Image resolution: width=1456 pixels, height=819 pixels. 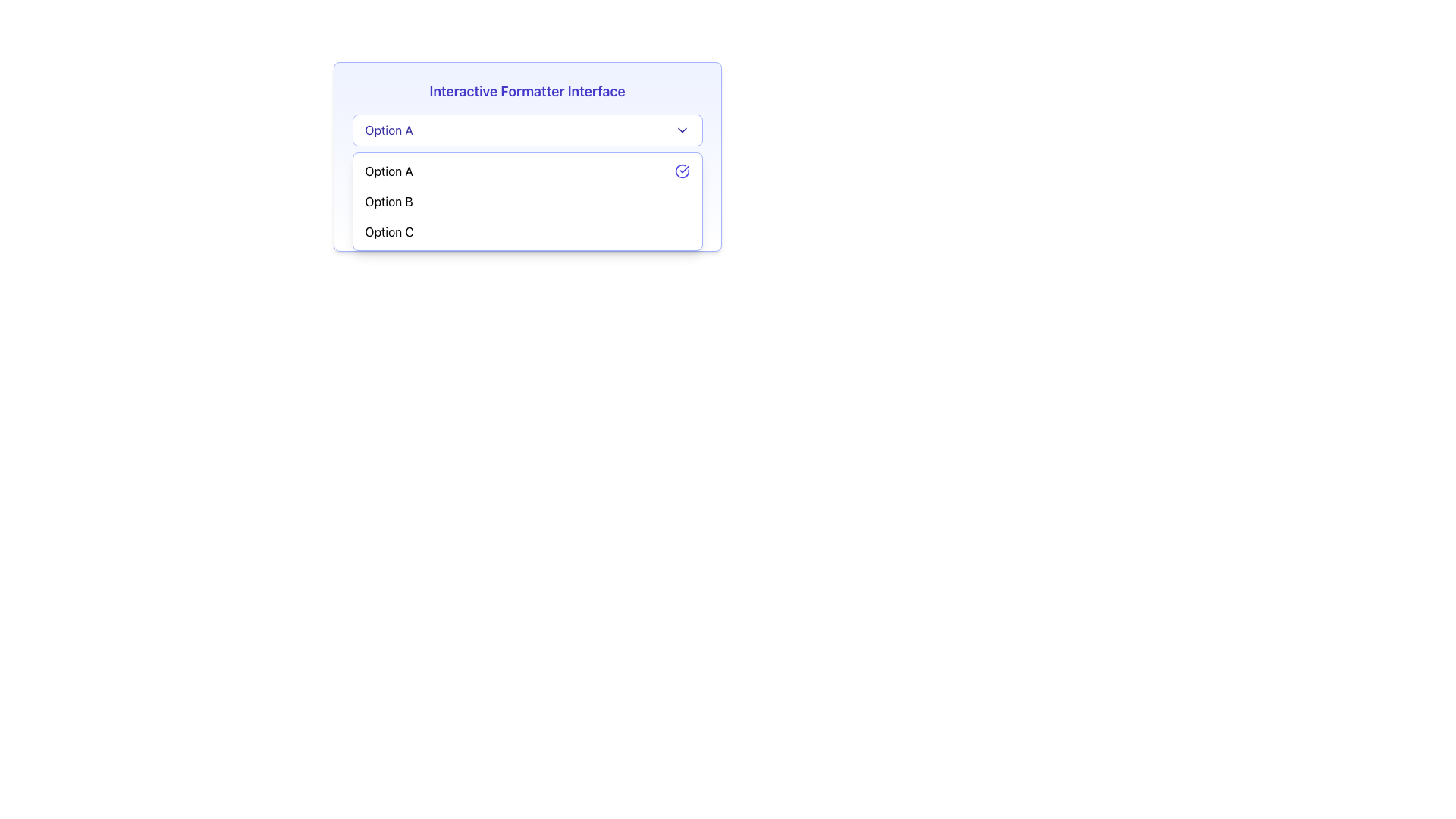 I want to click on the chevron icon located at the rightmost position of the dropdown menu labeled 'Option A', so click(x=681, y=130).